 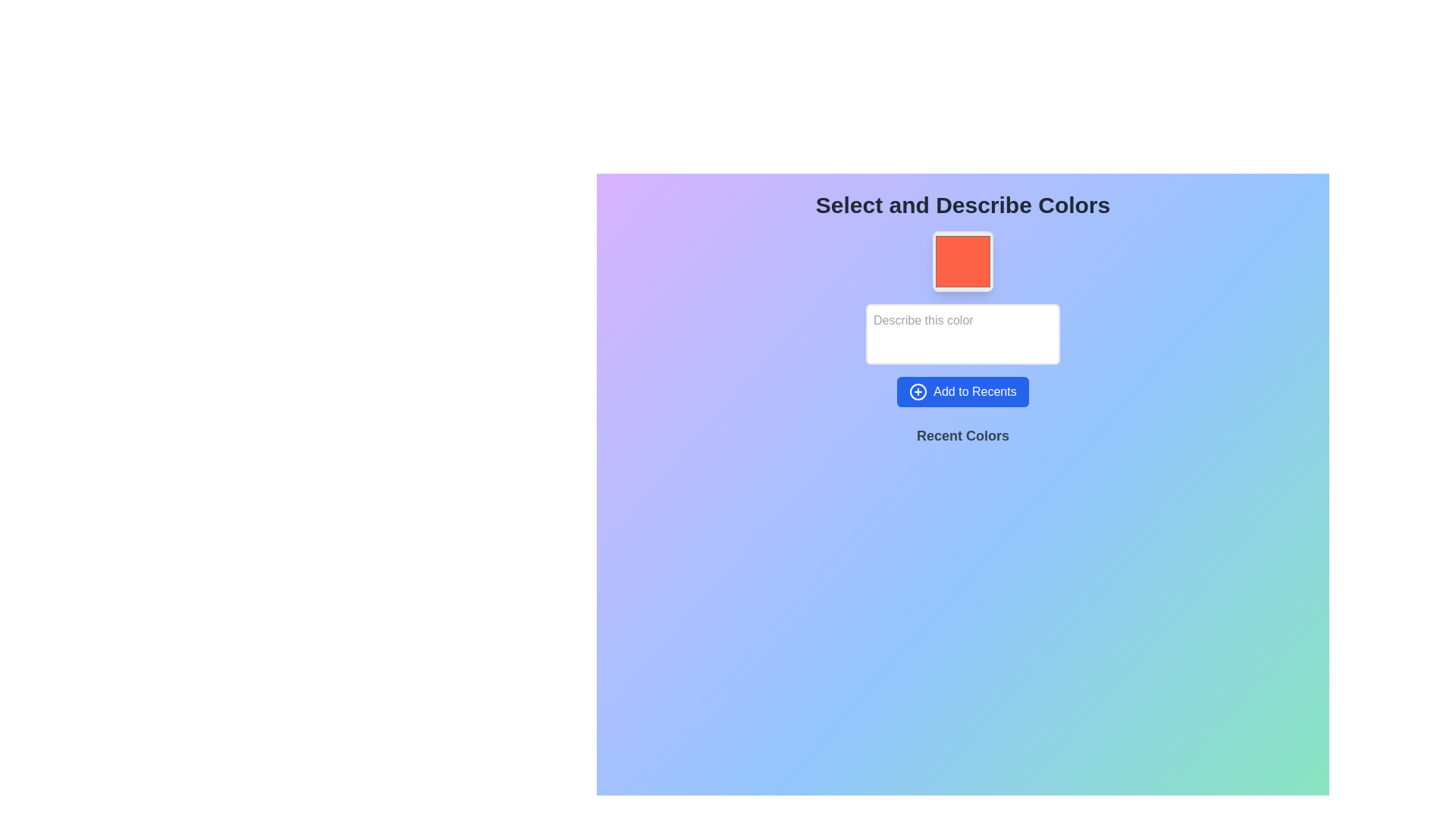 What do you see at coordinates (918, 391) in the screenshot?
I see `the circular graphical element located at the center of a '+' icon, which is situated beneath the 'Describe this color' text input field and above the 'Add to Recents' button` at bounding box center [918, 391].